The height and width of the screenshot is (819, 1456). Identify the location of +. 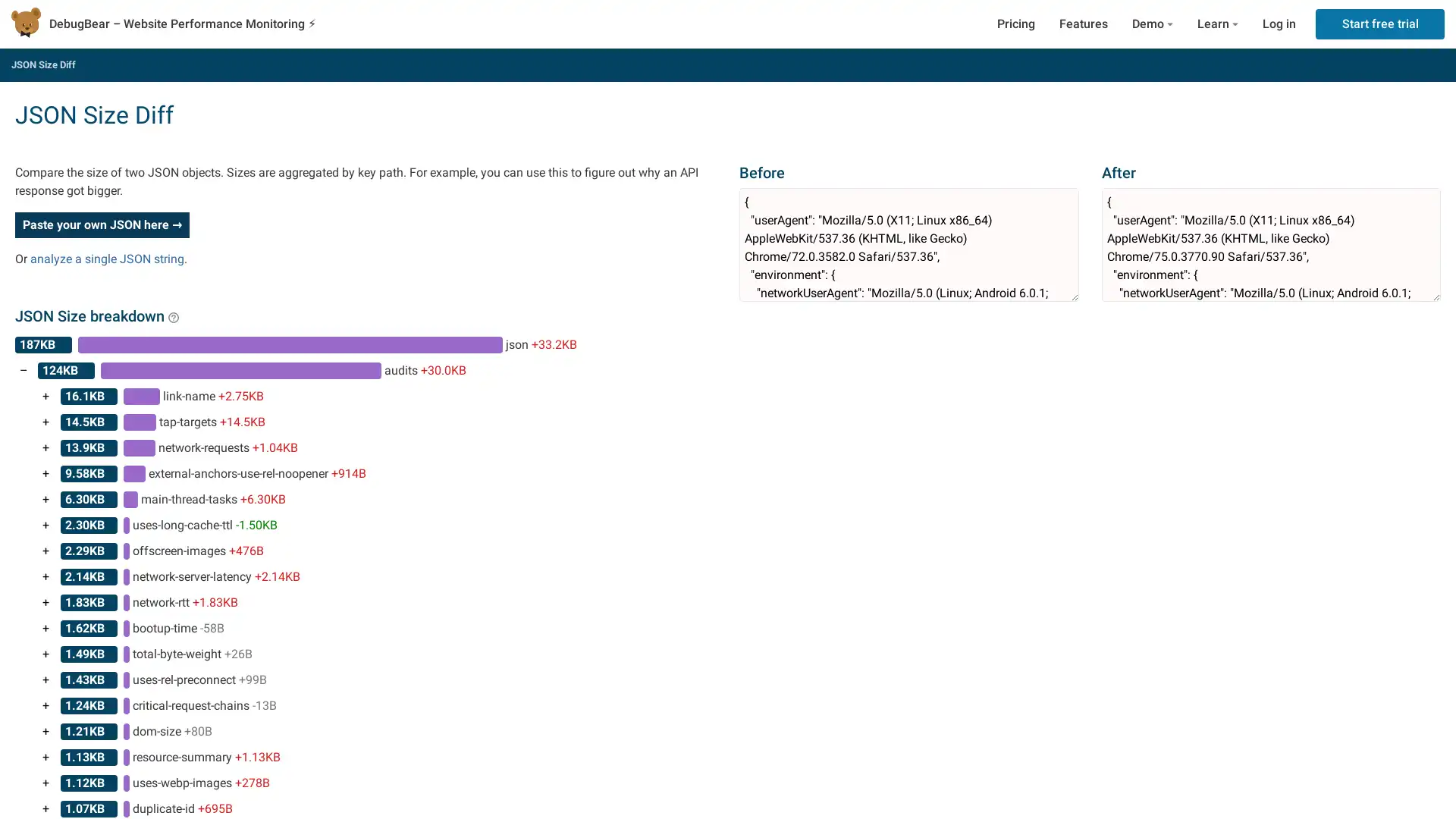
(45, 396).